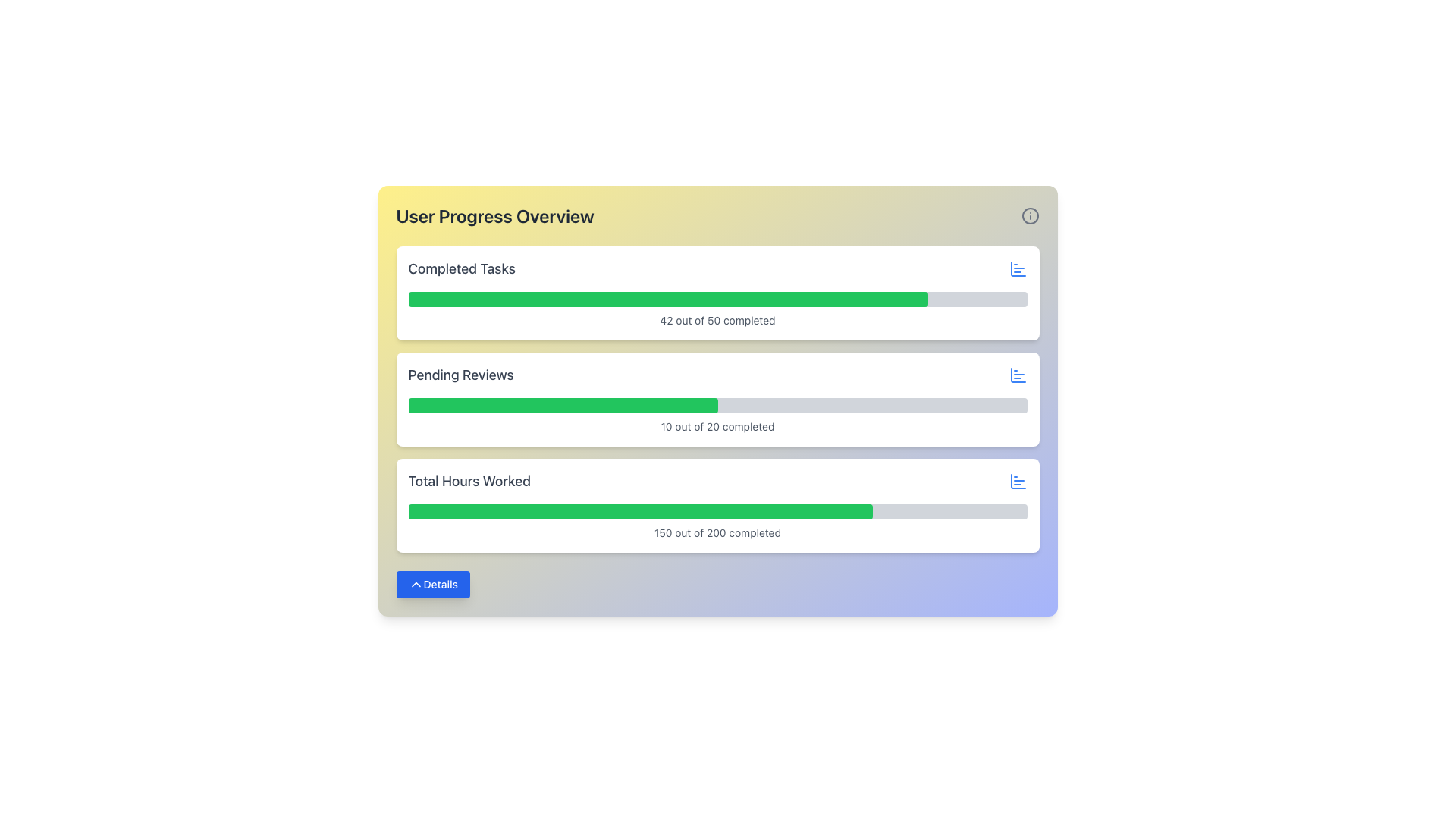  I want to click on the informational text label that summarizes the status of completed tasks out of the total tasks, located below the green progress bar, so click(717, 320).